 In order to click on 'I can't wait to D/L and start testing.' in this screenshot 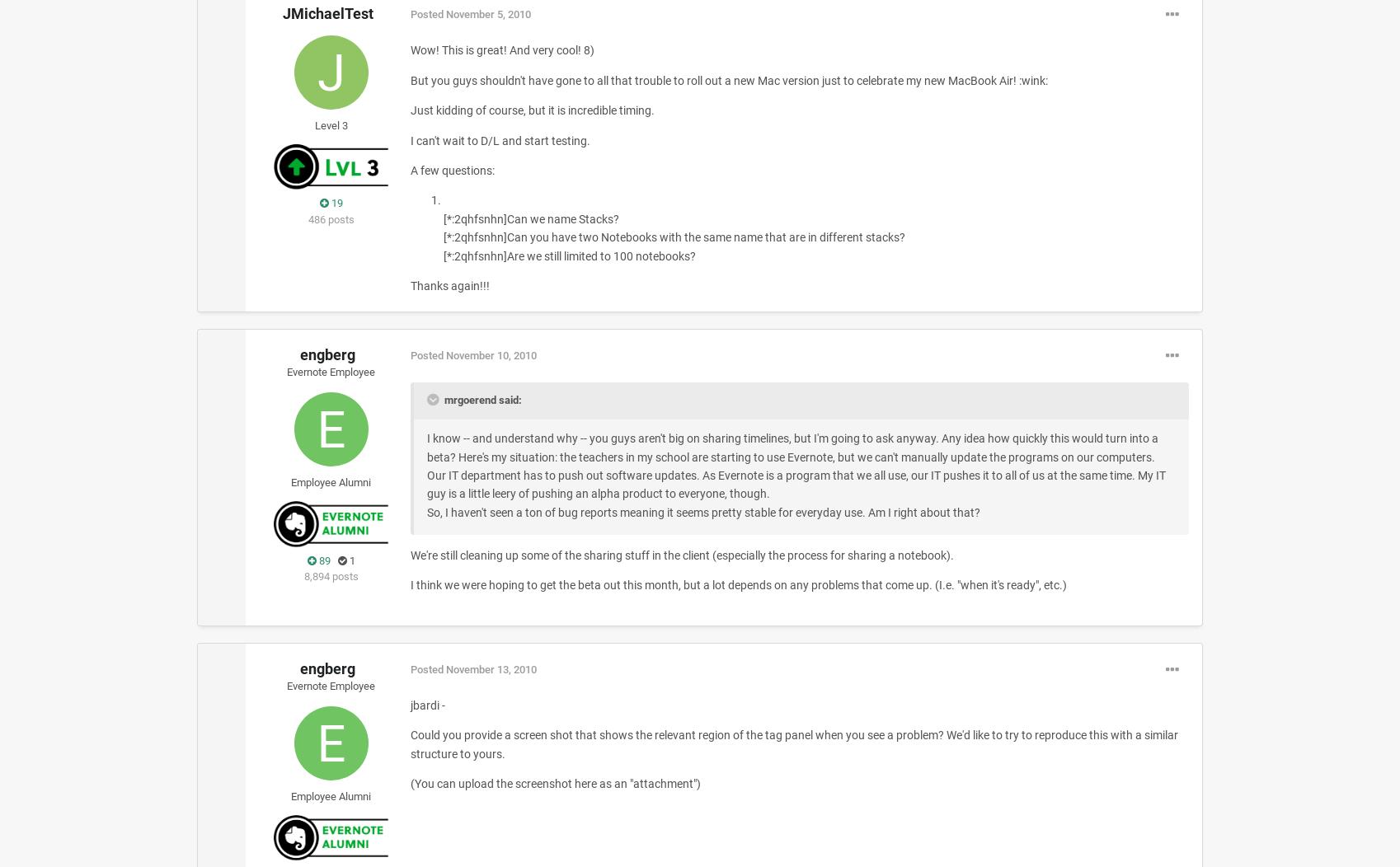, I will do `click(409, 139)`.